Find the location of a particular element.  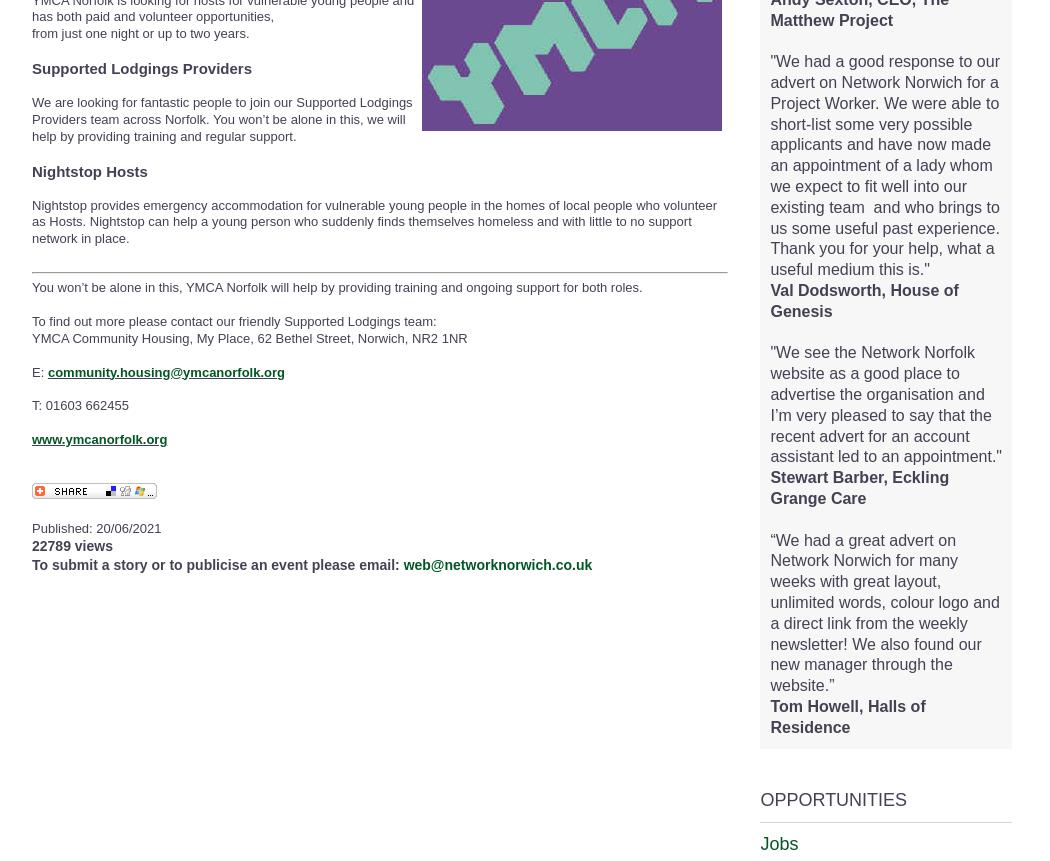

'Tom Howell, Halls of Residence' is located at coordinates (769, 715).